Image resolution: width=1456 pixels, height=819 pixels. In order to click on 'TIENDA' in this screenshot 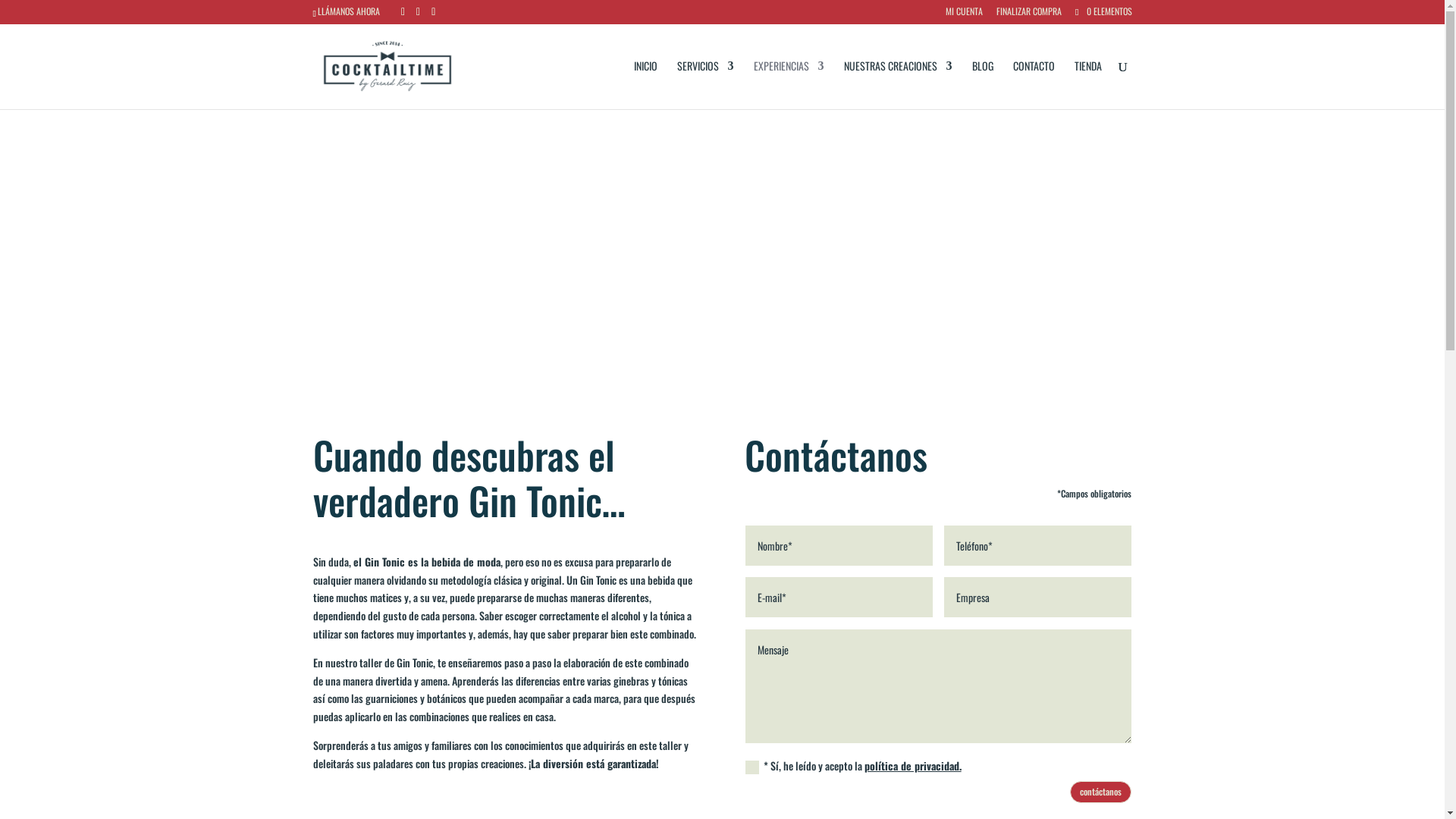, I will do `click(1087, 84)`.